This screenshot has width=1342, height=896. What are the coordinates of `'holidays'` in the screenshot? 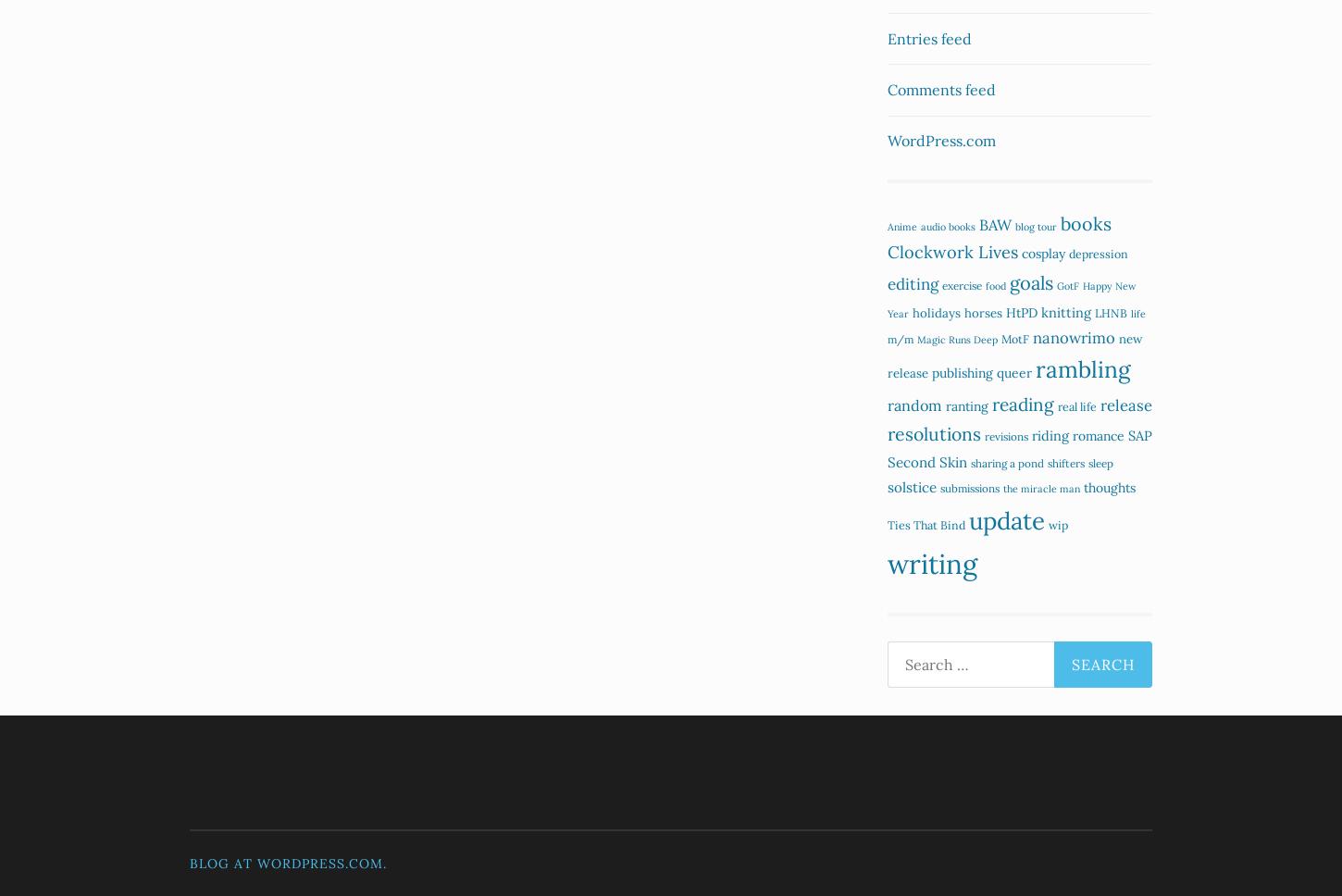 It's located at (913, 312).